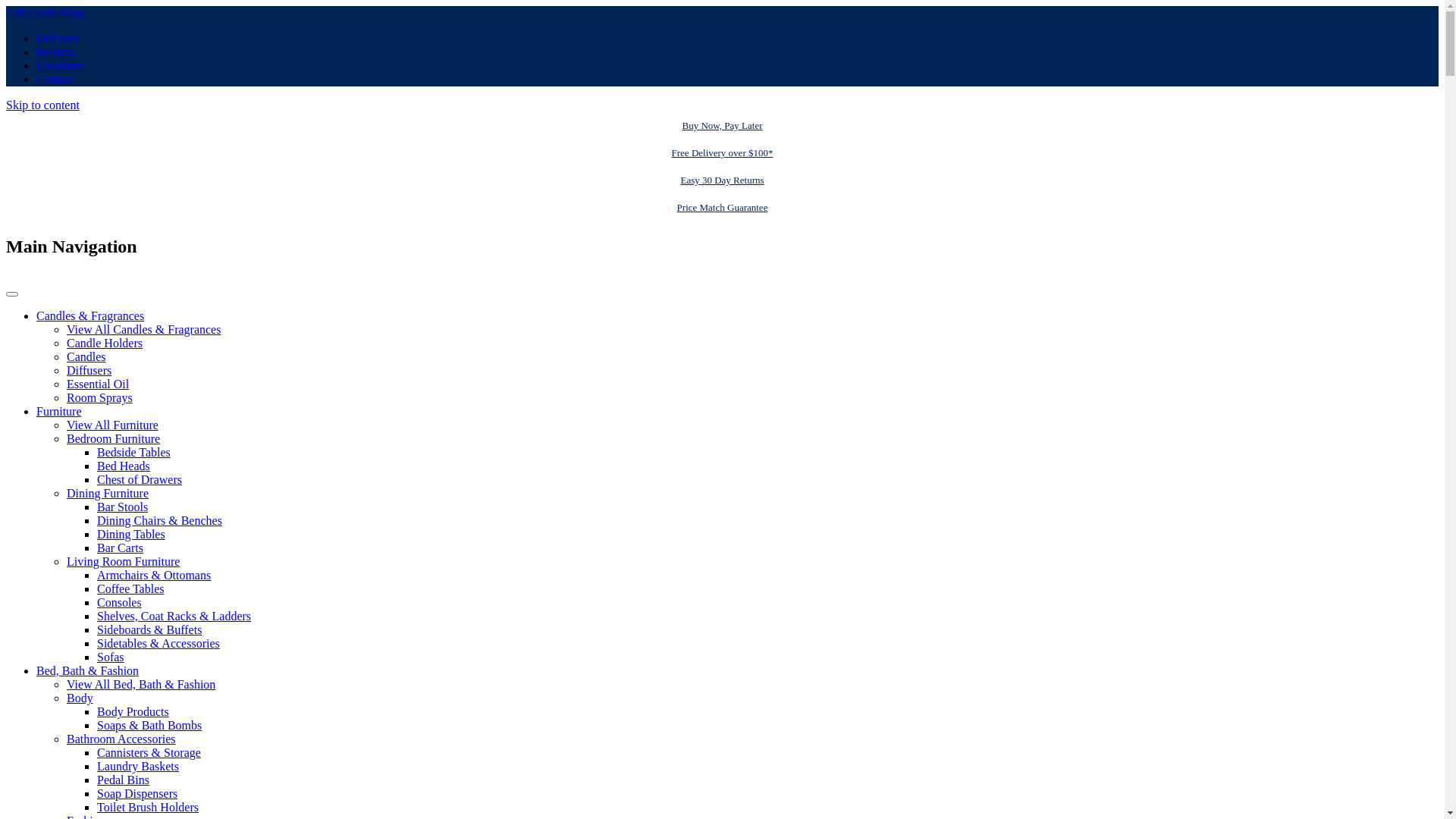 This screenshot has width=1456, height=819. Describe the element at coordinates (107, 493) in the screenshot. I see `'Dining Furniture'` at that location.